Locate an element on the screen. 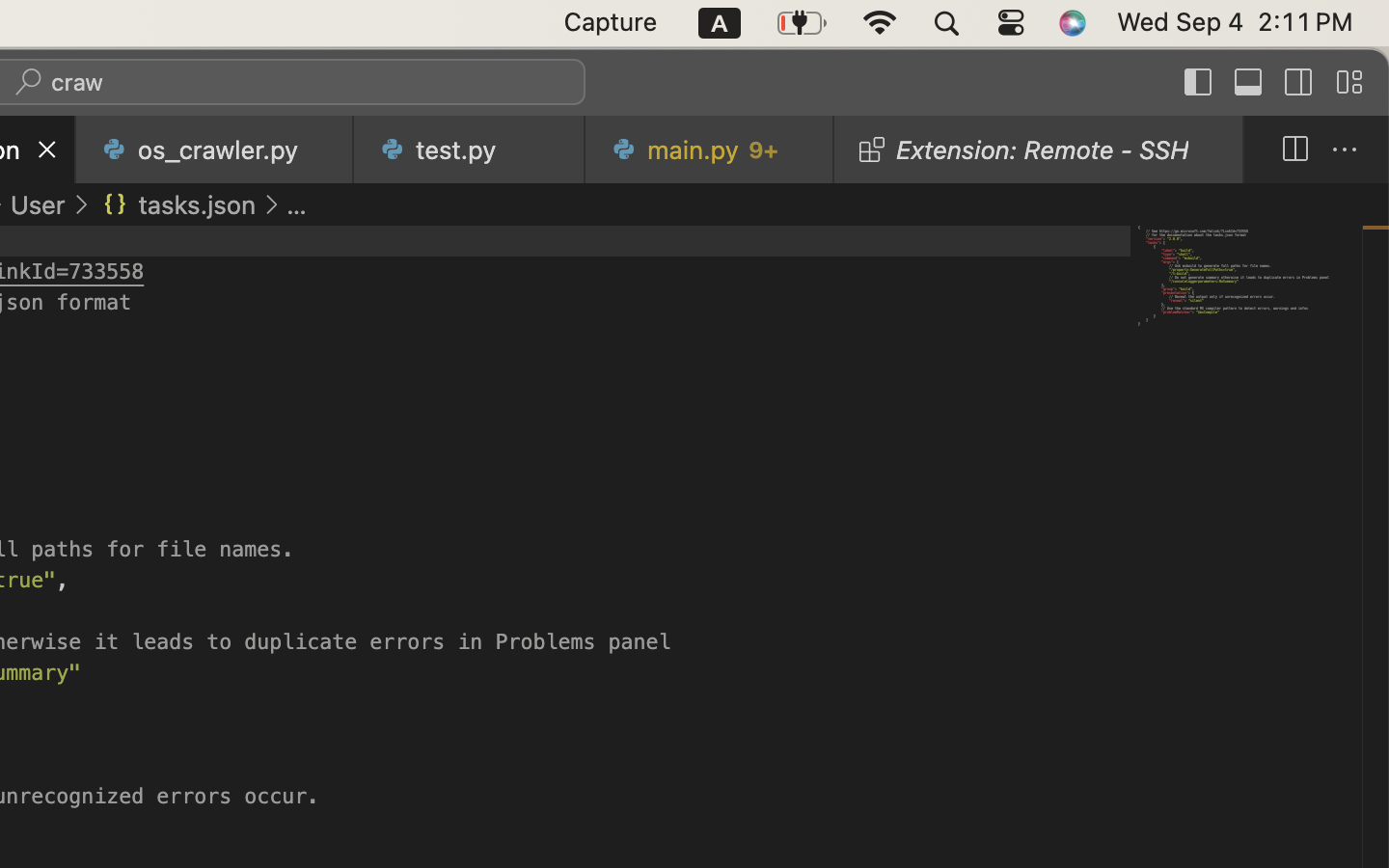 The image size is (1389, 868). '' is located at coordinates (1198, 82).